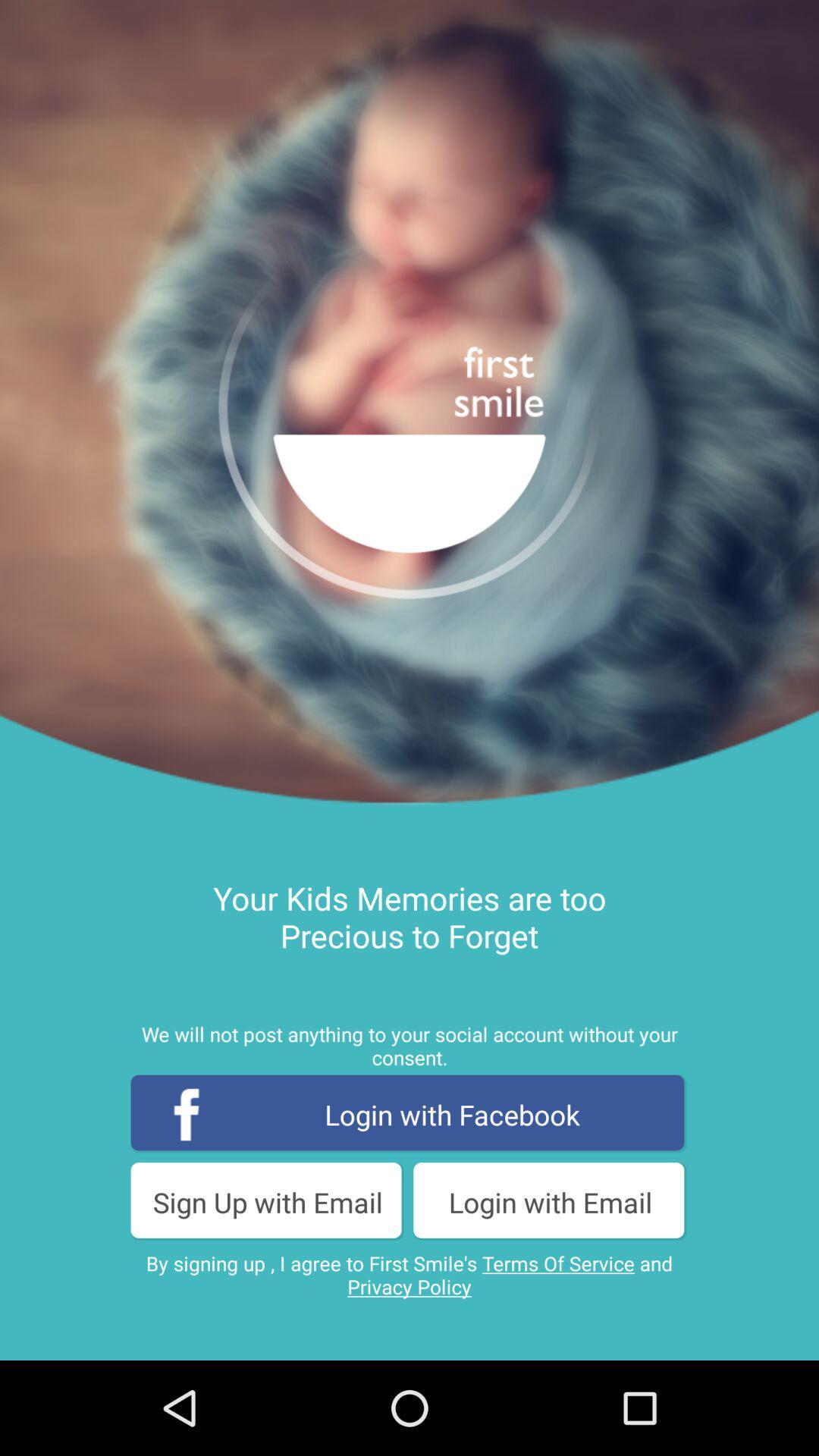 The width and height of the screenshot is (819, 1456). What do you see at coordinates (409, 1274) in the screenshot?
I see `by signing up icon` at bounding box center [409, 1274].